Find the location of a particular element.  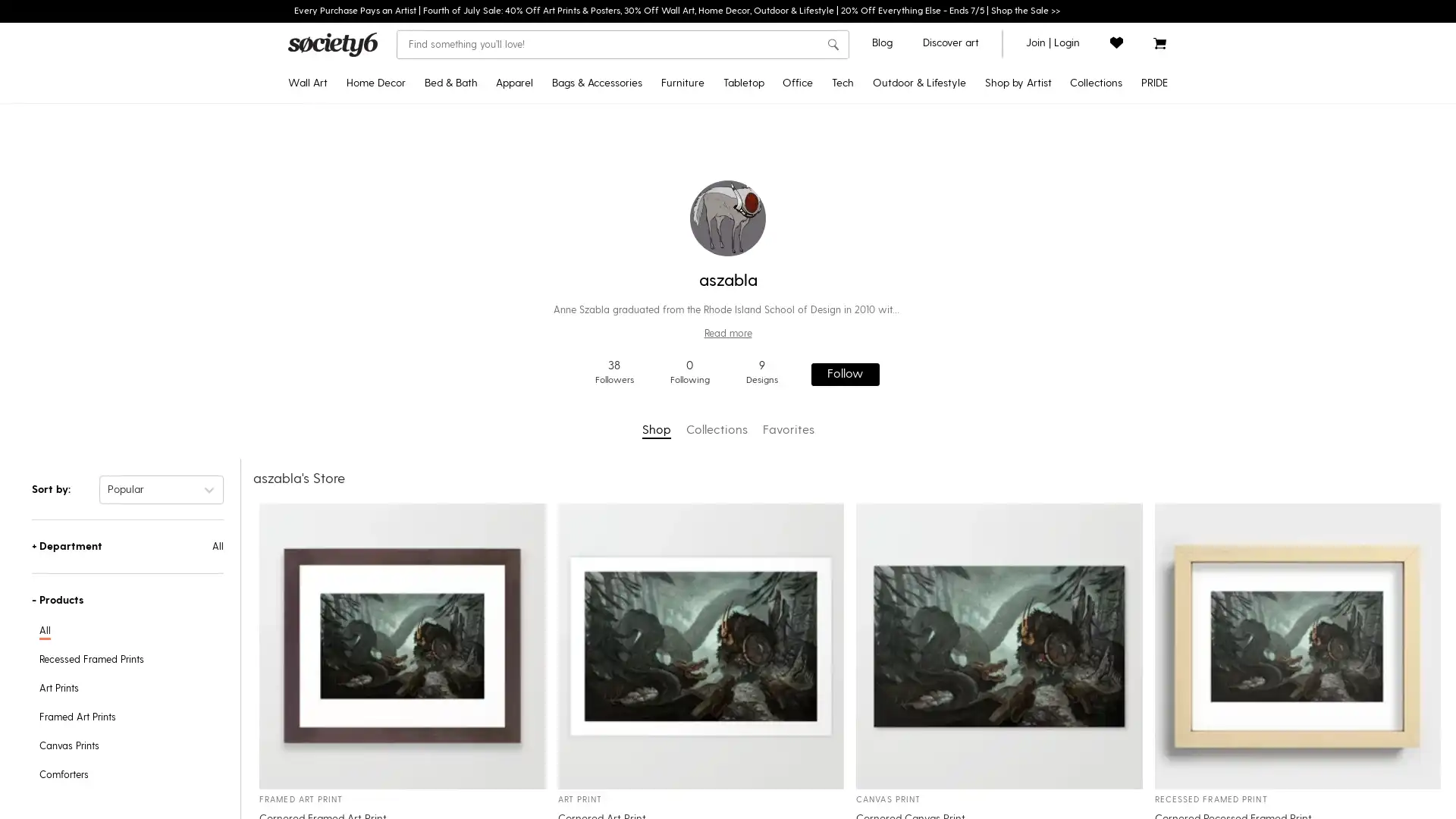

Pantone Color of 2022 is located at coordinates (1040, 268).